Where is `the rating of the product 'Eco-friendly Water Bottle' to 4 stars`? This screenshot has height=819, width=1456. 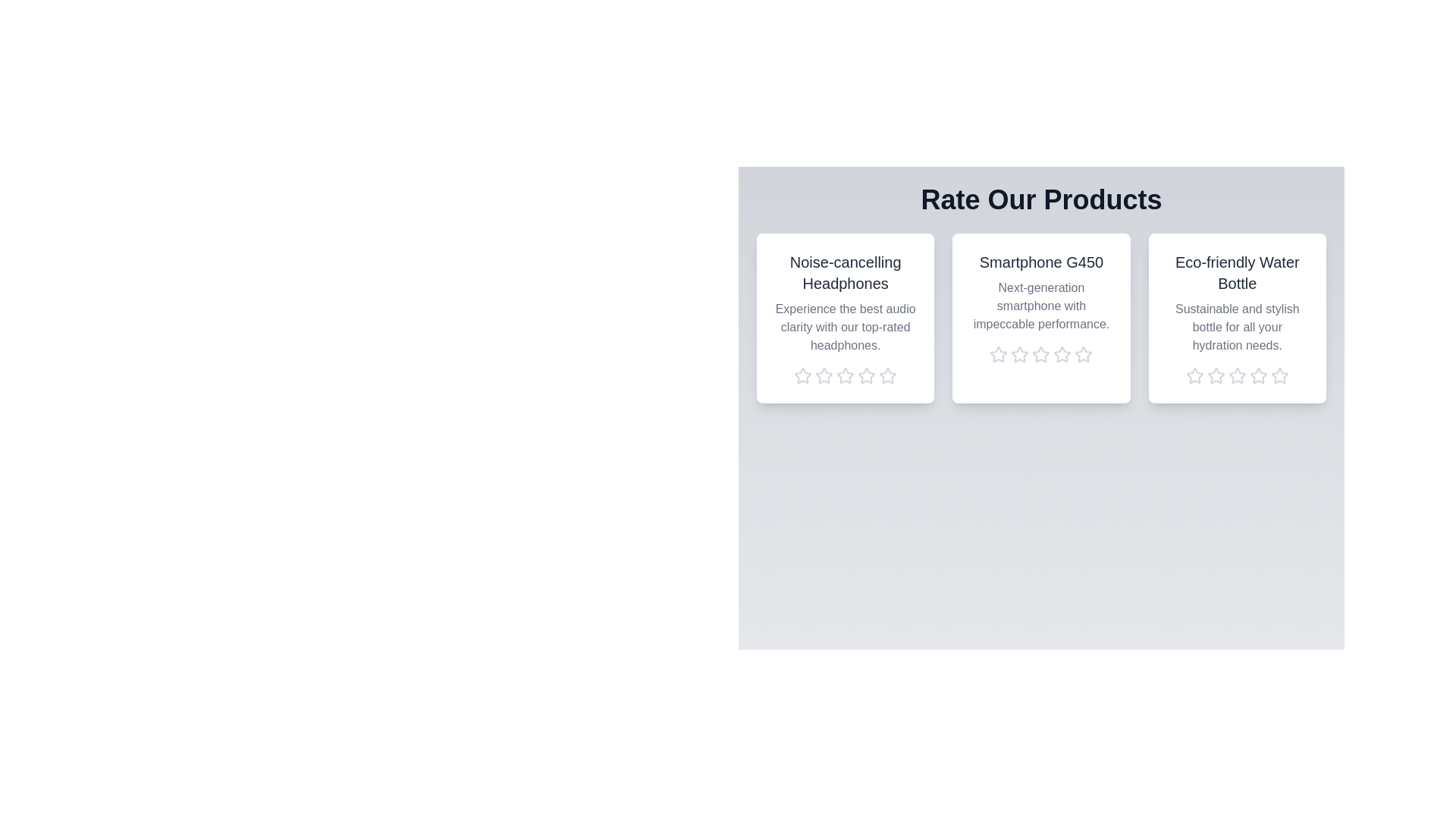
the rating of the product 'Eco-friendly Water Bottle' to 4 stars is located at coordinates (1258, 375).